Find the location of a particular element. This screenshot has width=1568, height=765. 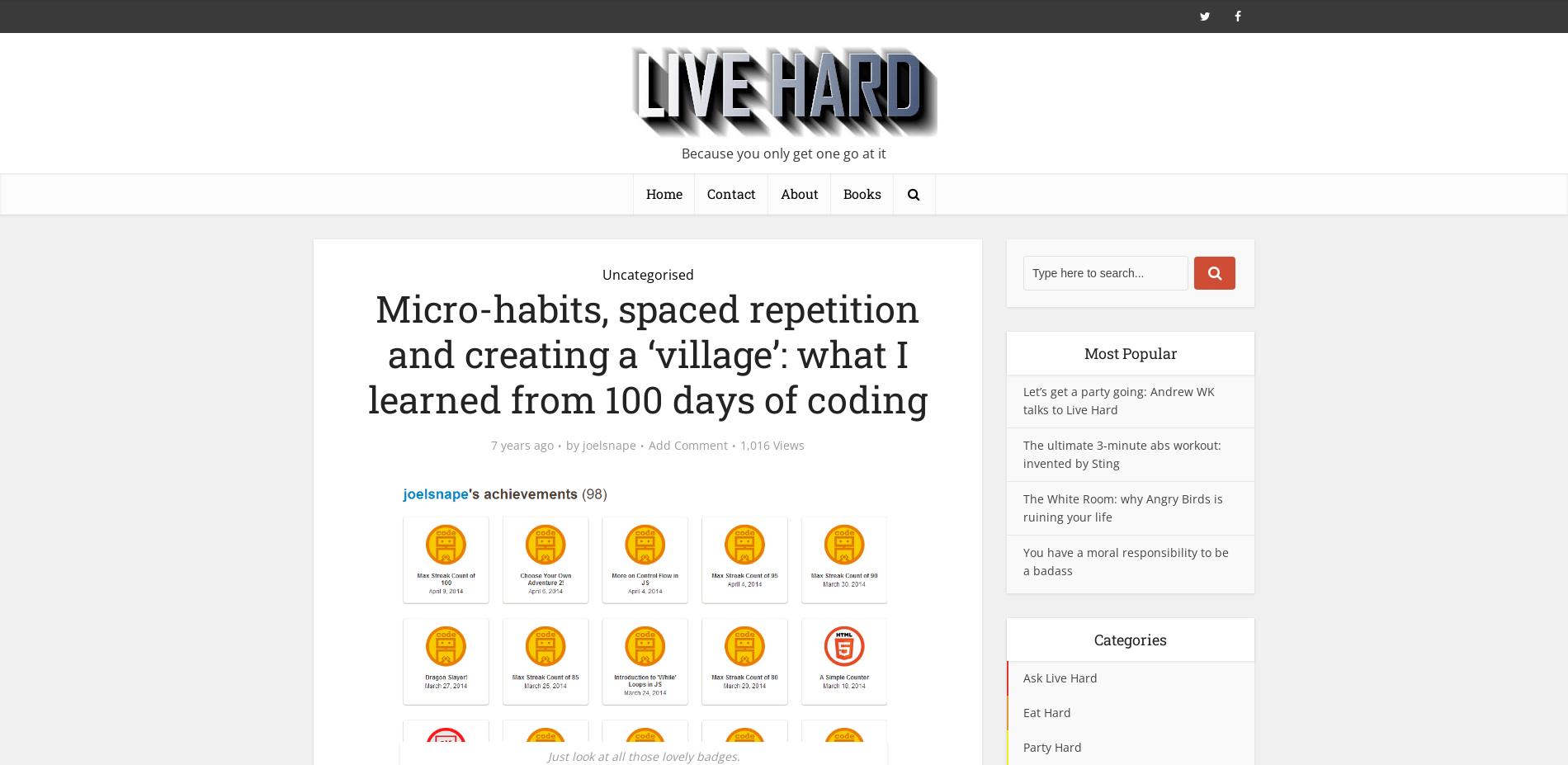

'Uncategorised' is located at coordinates (646, 273).